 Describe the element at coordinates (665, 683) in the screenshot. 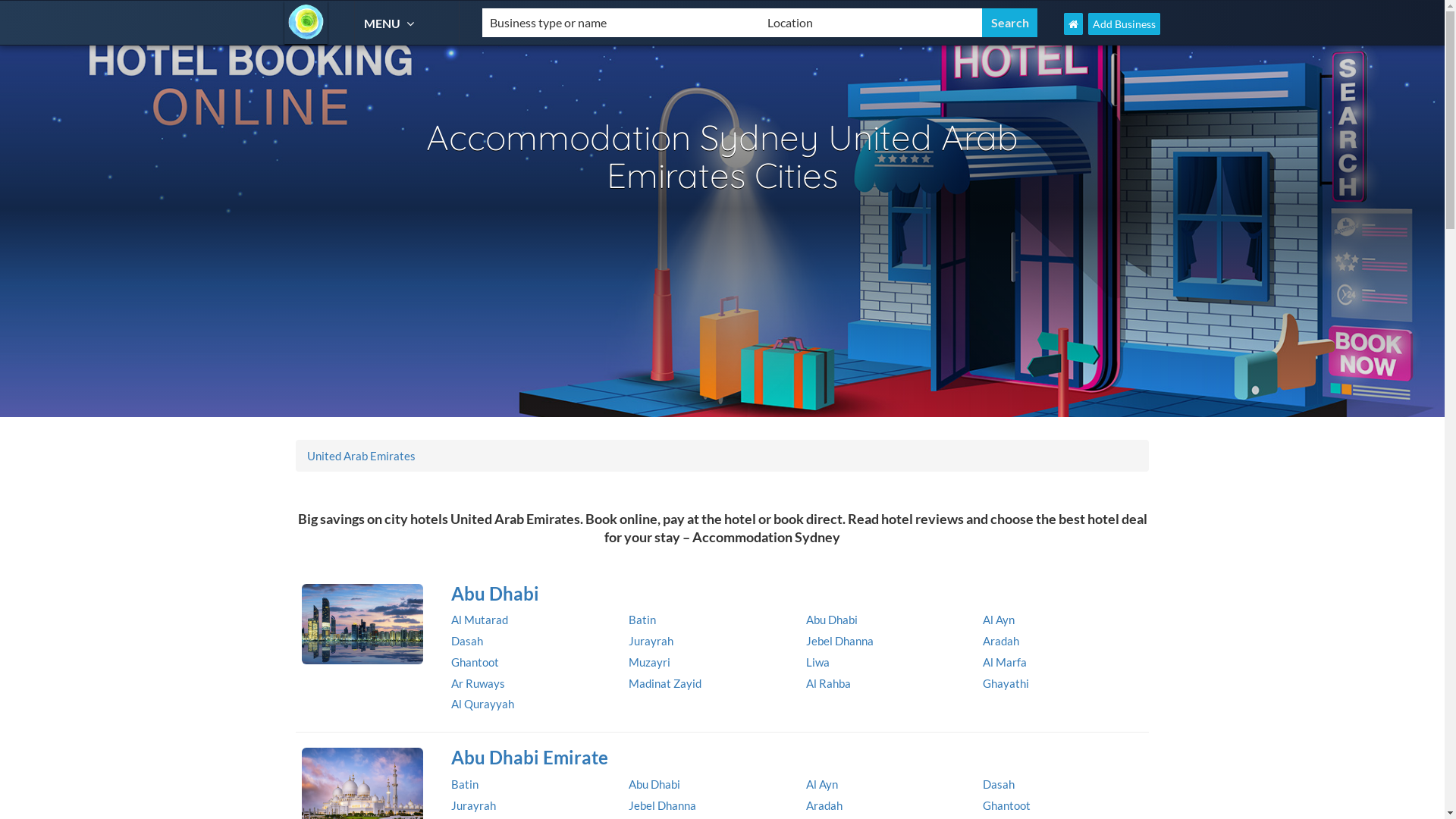

I see `'Madinat Zayid'` at that location.